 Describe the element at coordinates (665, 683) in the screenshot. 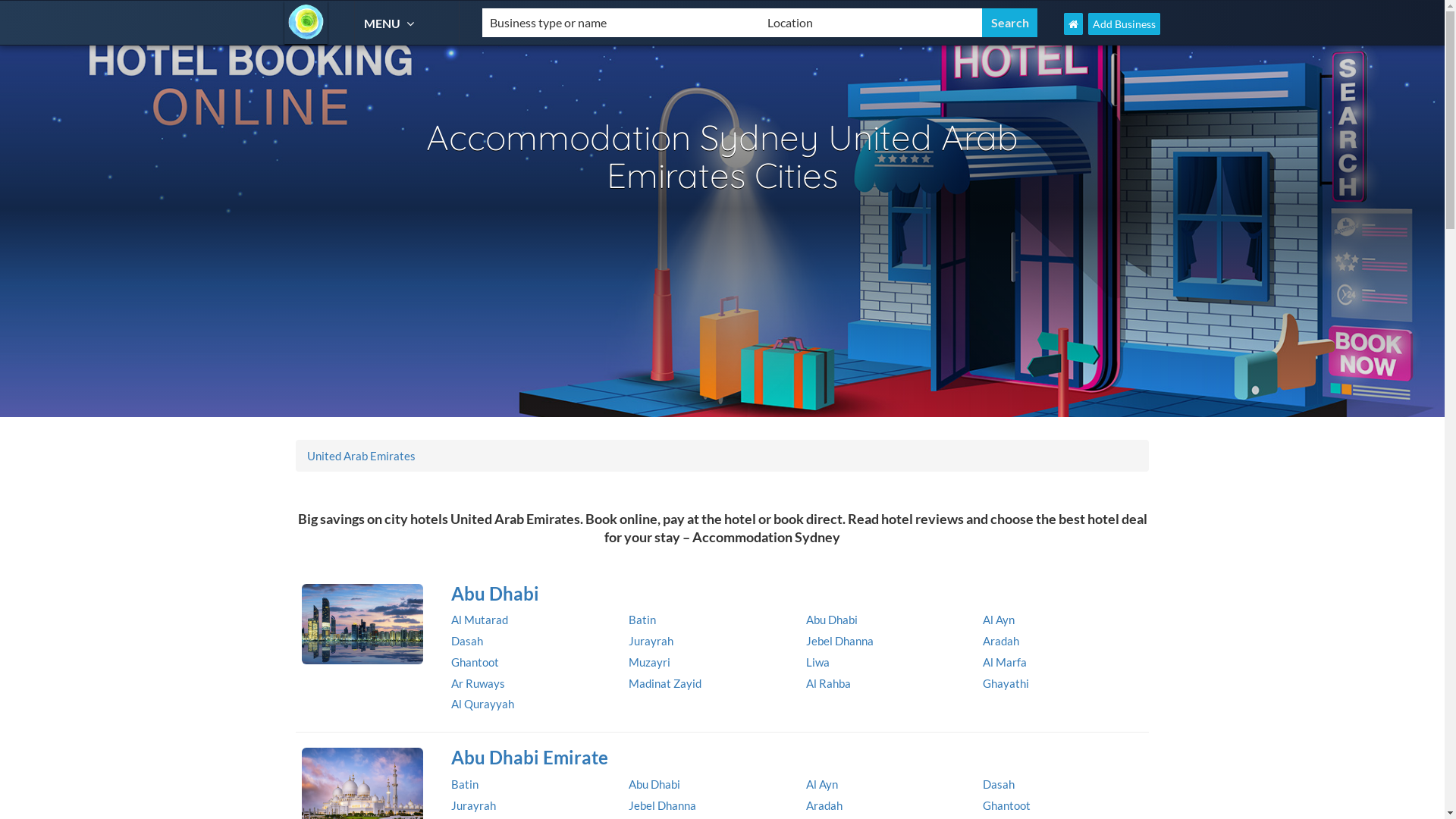

I see `'Madinat Zayid'` at that location.